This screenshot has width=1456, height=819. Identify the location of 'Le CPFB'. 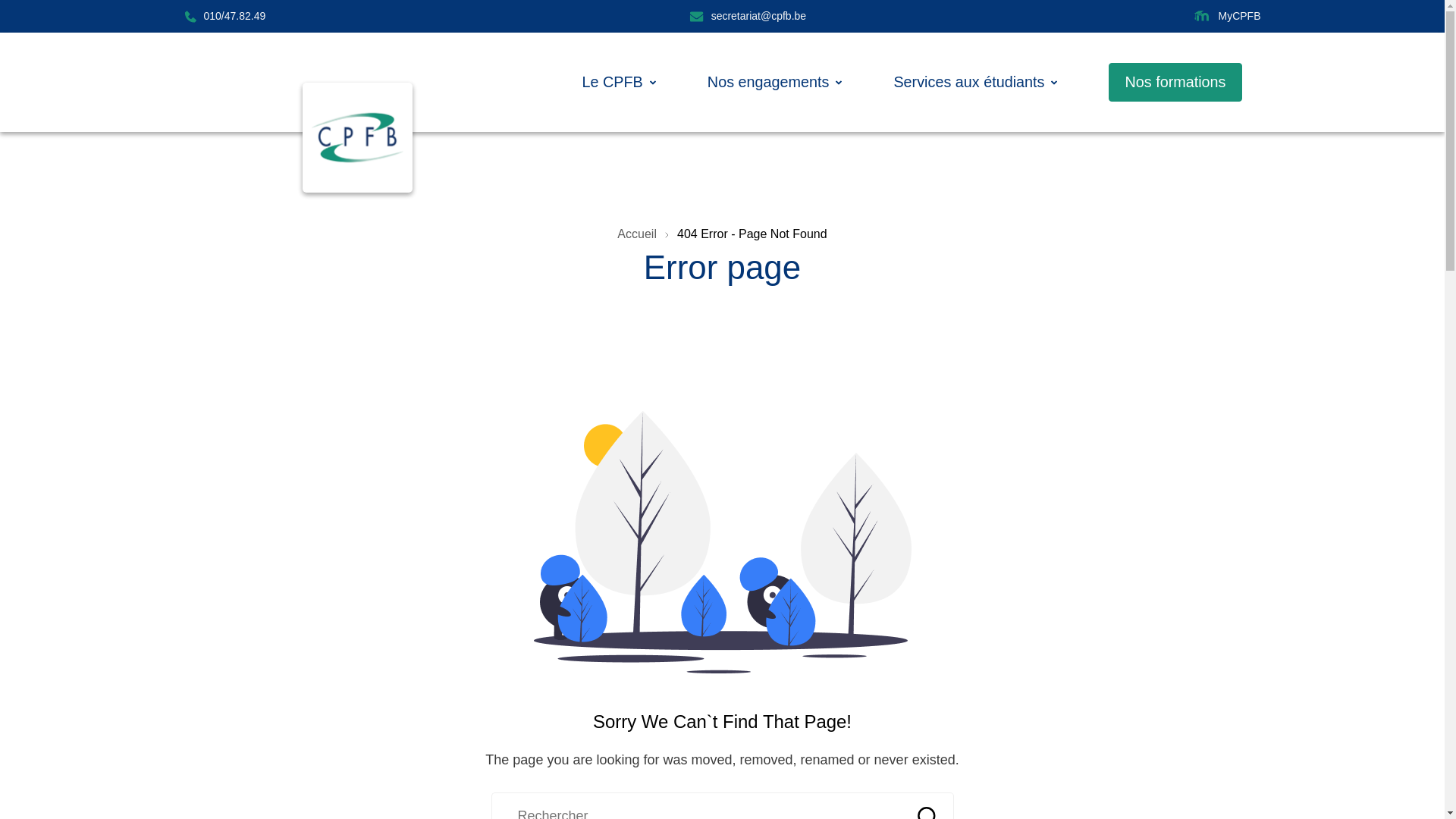
(612, 82).